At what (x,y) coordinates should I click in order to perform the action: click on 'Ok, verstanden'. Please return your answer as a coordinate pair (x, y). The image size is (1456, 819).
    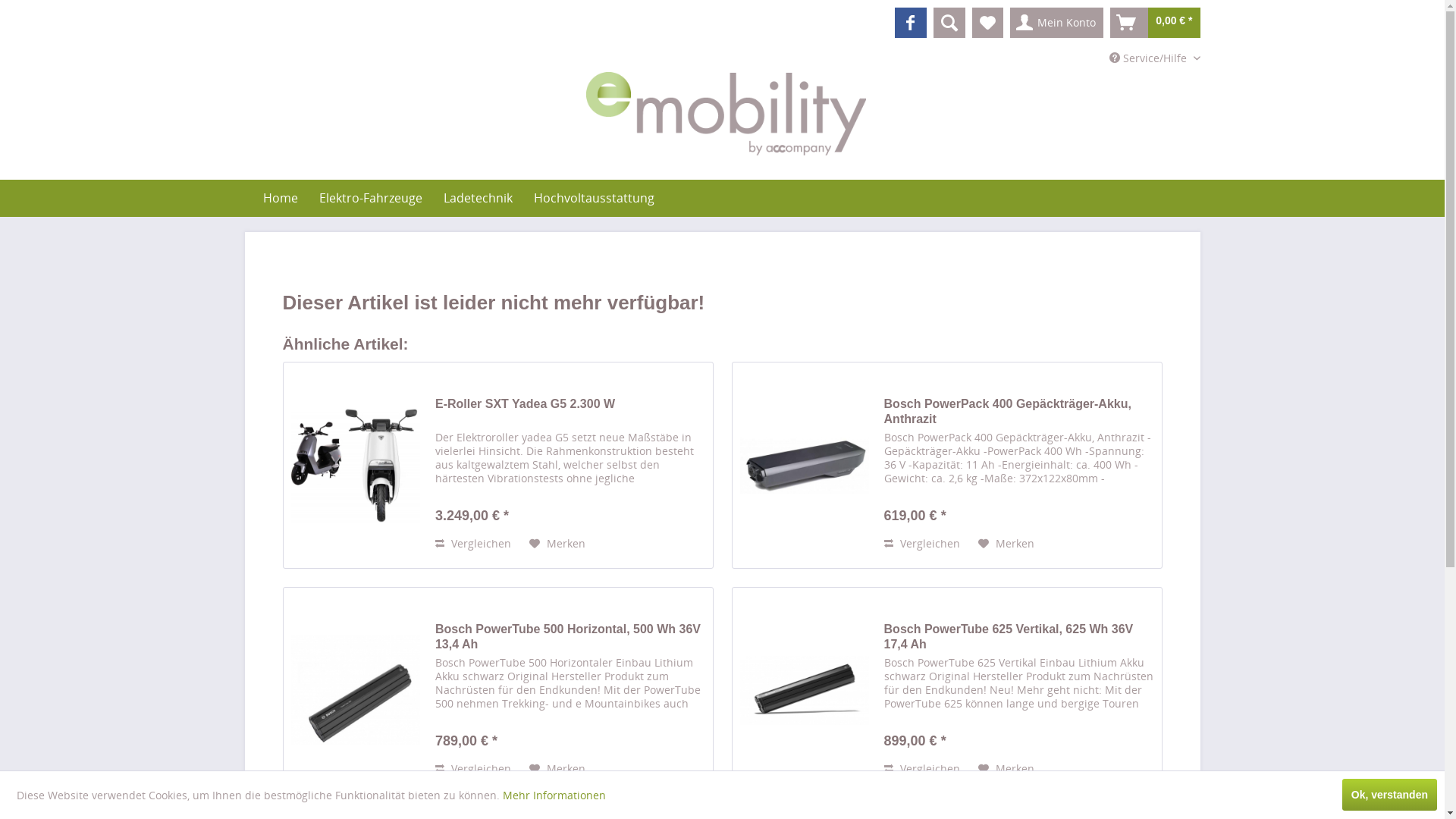
    Looking at the image, I should click on (1389, 794).